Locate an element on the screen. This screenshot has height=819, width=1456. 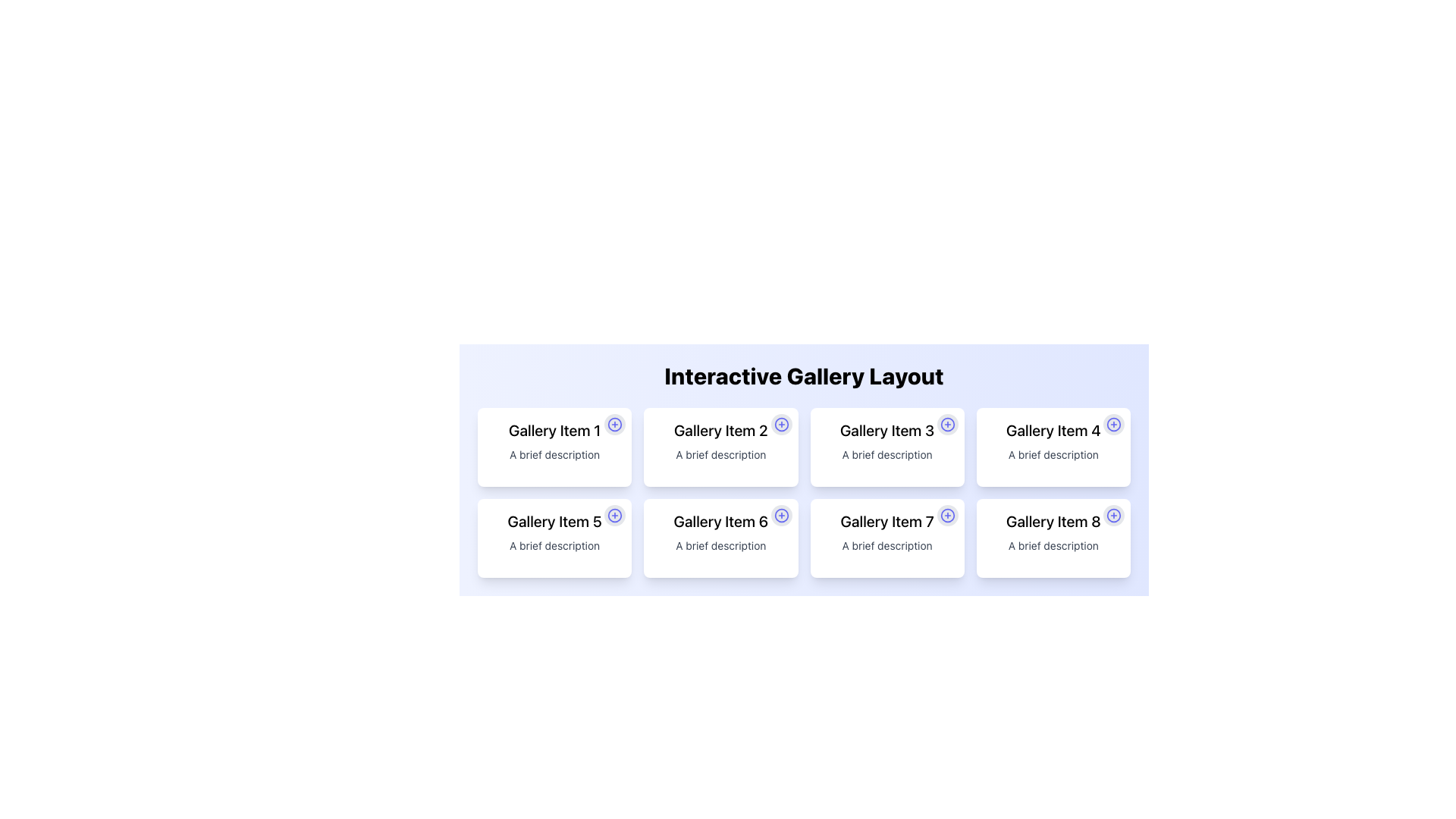
the small circular button with a gray background and a blue plus icon located at the top-right corner of the gallery card labeled 'Gallery Item 2' is located at coordinates (781, 424).